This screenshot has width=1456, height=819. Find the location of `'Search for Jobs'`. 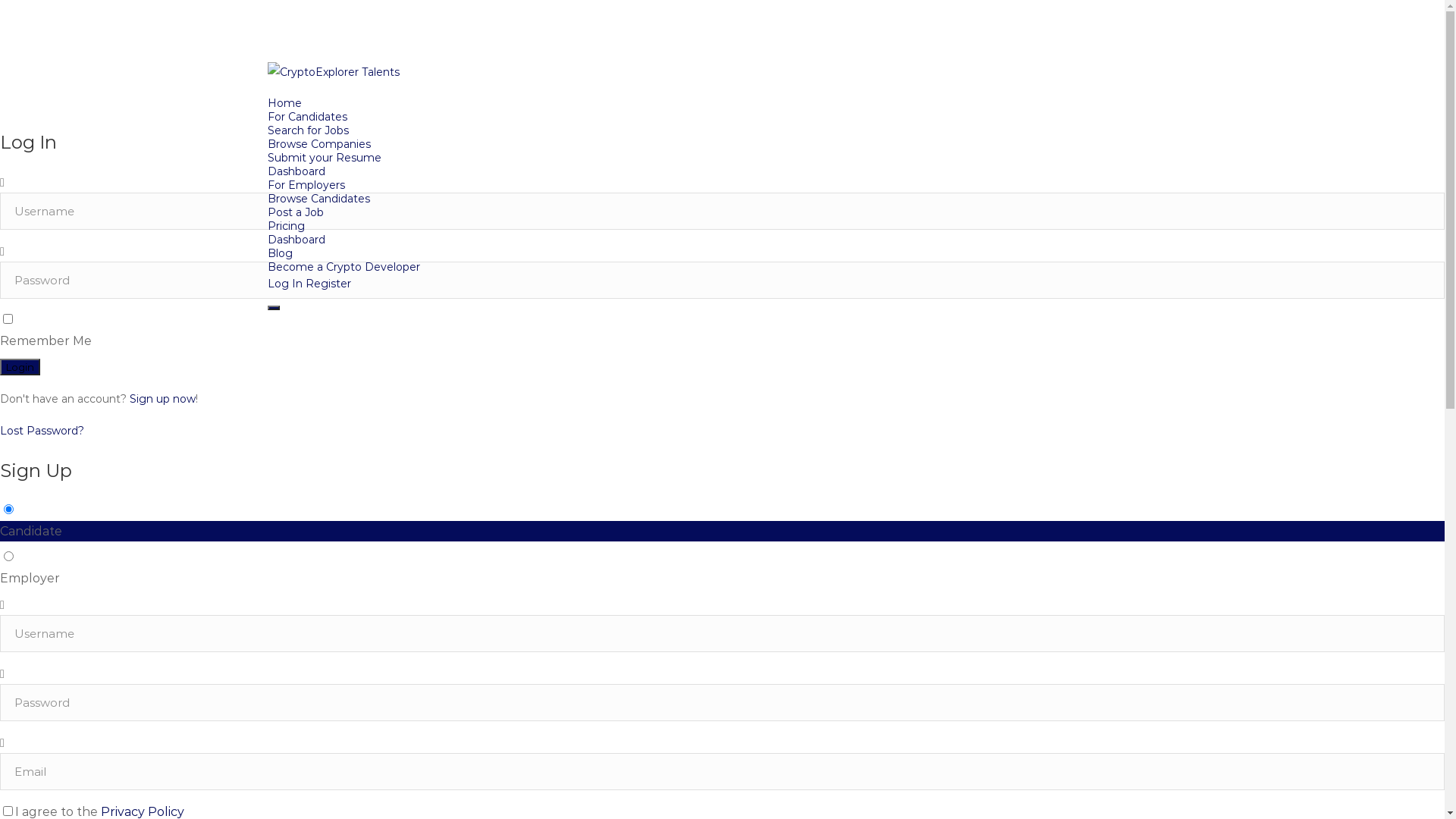

'Search for Jobs' is located at coordinates (306, 130).